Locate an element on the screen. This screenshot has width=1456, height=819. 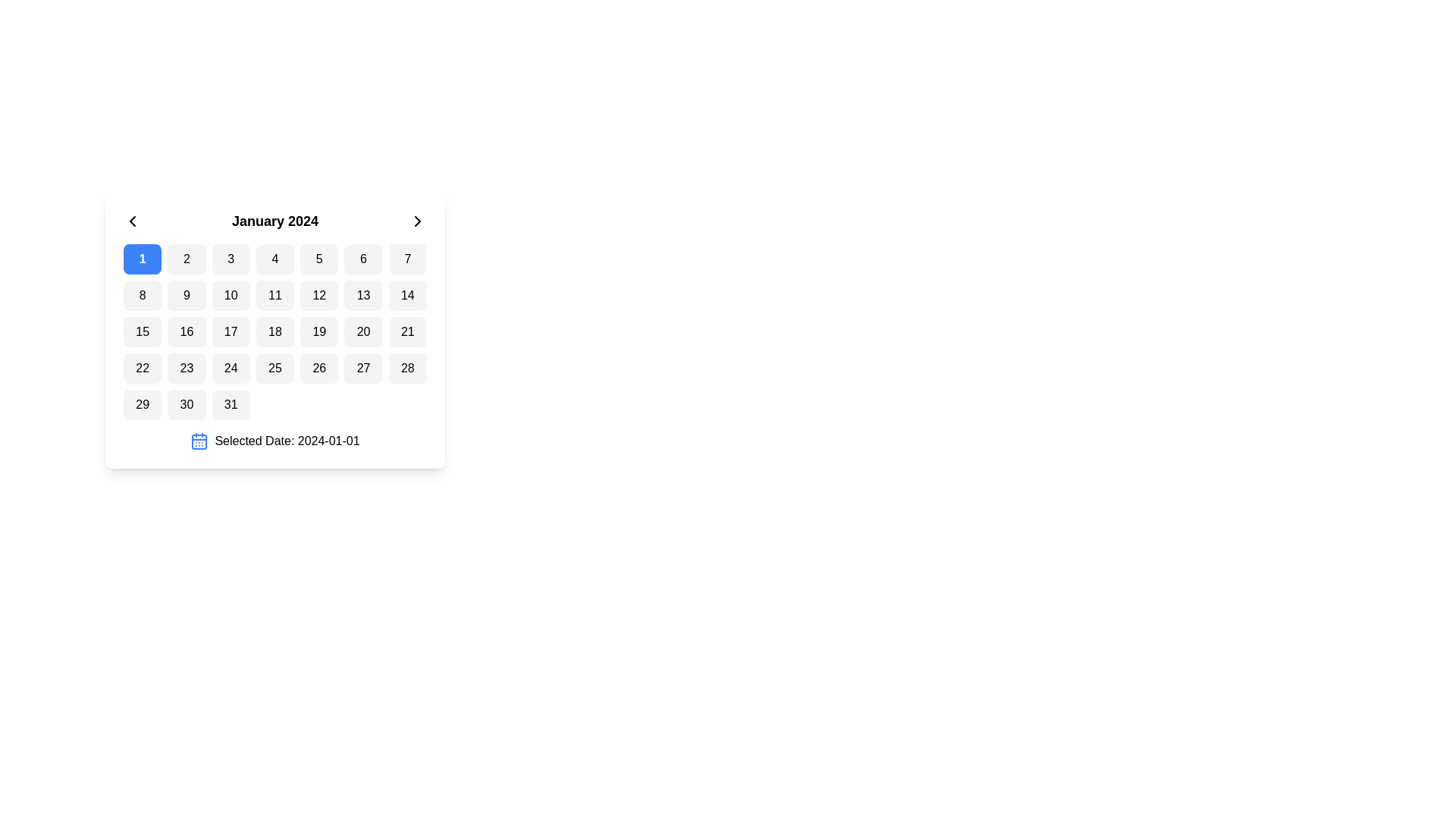
the decorative rectangle within the calendar icon, which is blue and white and located below the calendar table is located at coordinates (199, 441).